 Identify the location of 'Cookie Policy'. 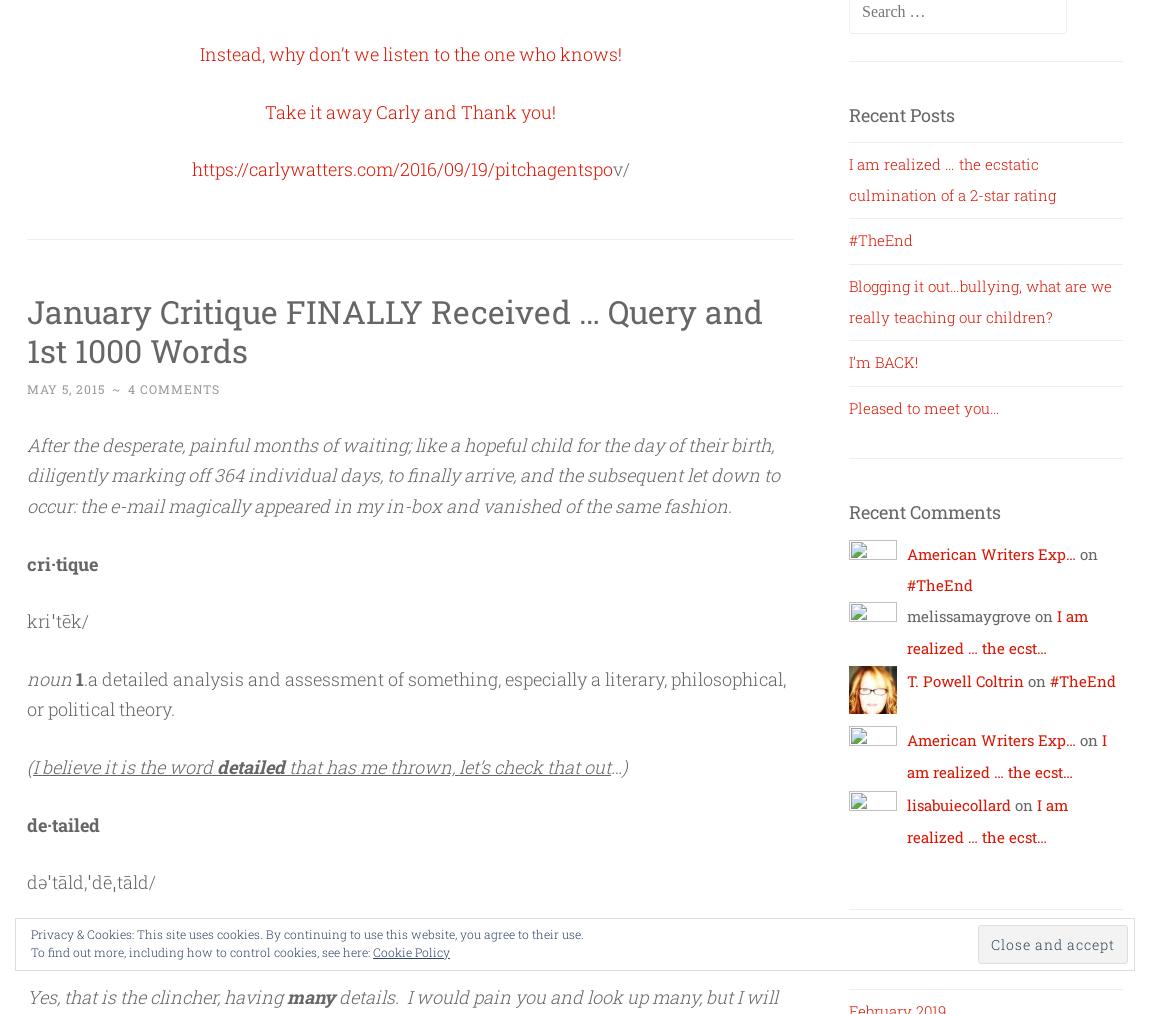
(372, 952).